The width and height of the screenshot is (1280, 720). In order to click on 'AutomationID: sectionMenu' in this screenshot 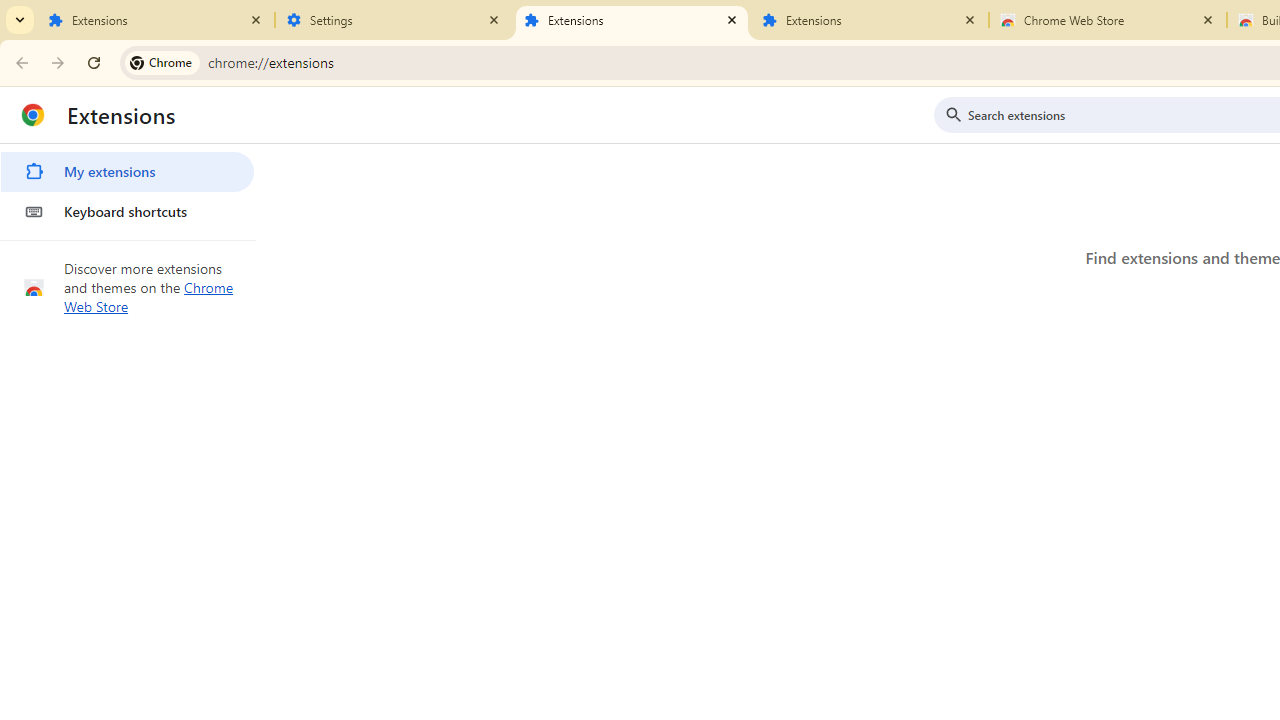, I will do `click(127, 187)`.